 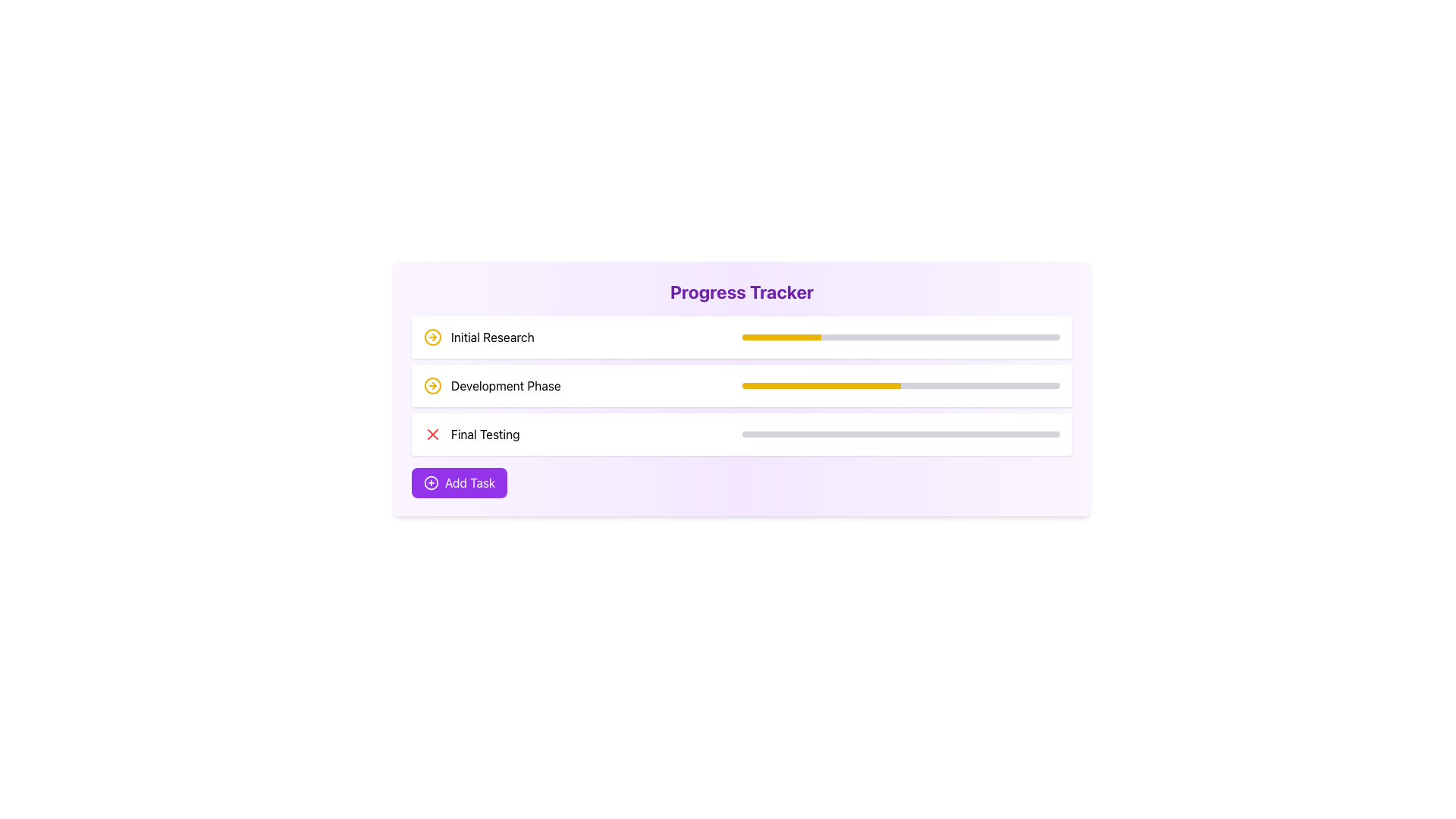 What do you see at coordinates (901, 385) in the screenshot?
I see `the Progress bar indicating the completion percentage for the 'Development Phase', located in the second row of the progress tracker layout` at bounding box center [901, 385].